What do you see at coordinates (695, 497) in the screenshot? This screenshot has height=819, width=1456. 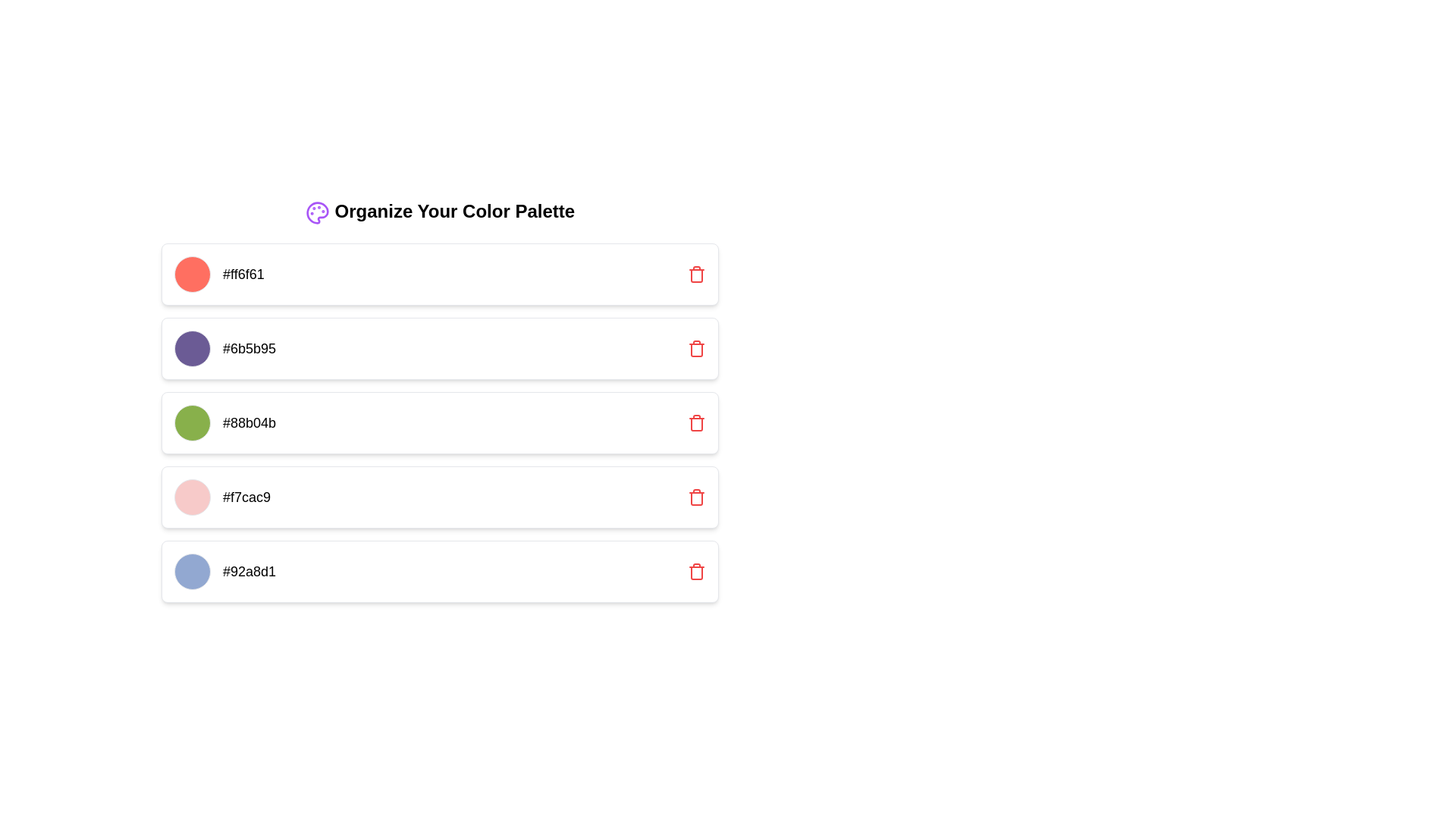 I see `the red trash can icon button, which is located on the far right of the fourth row of color palette items` at bounding box center [695, 497].